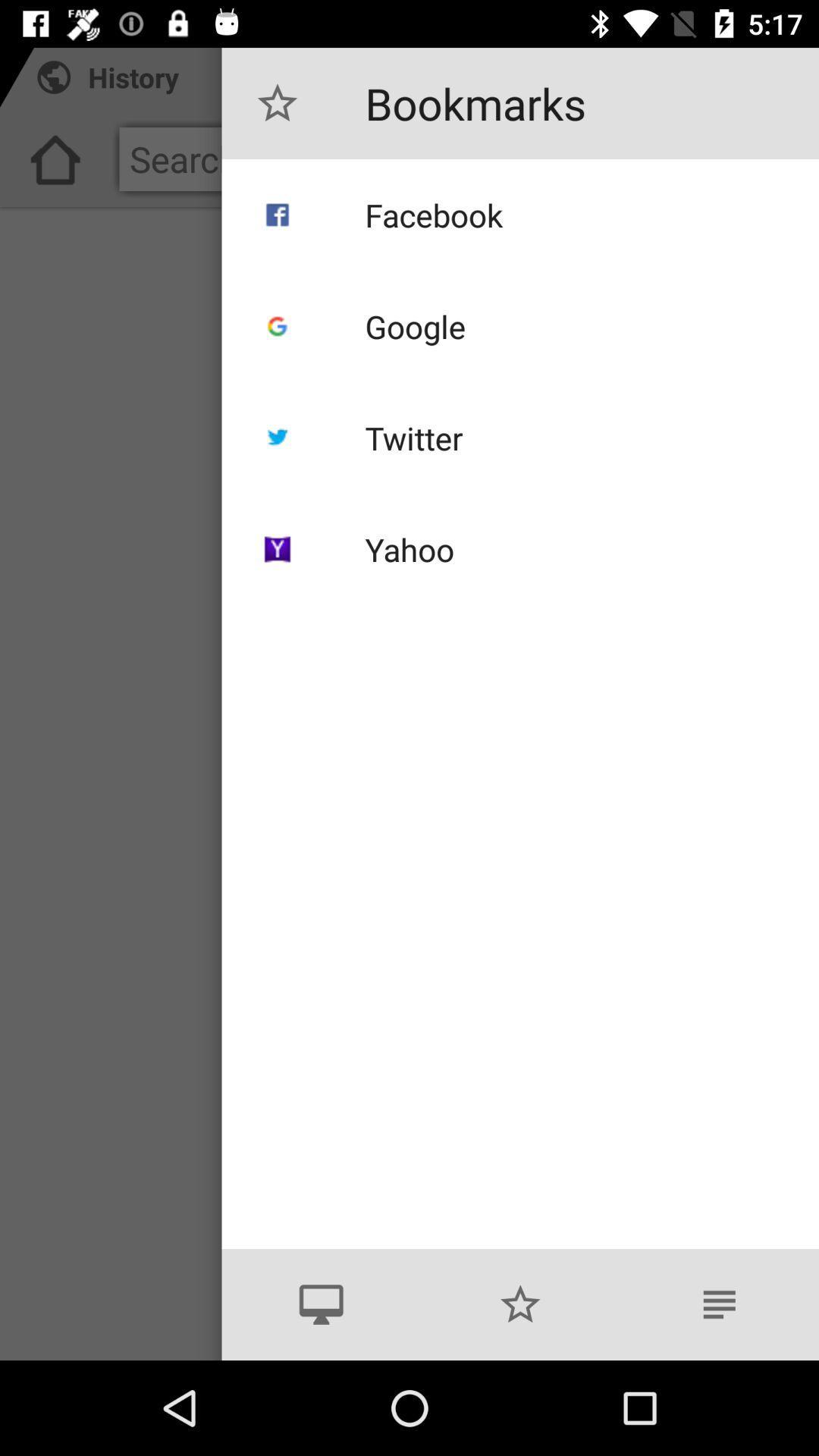  What do you see at coordinates (55, 165) in the screenshot?
I see `home icon which is on the top left corner of page` at bounding box center [55, 165].